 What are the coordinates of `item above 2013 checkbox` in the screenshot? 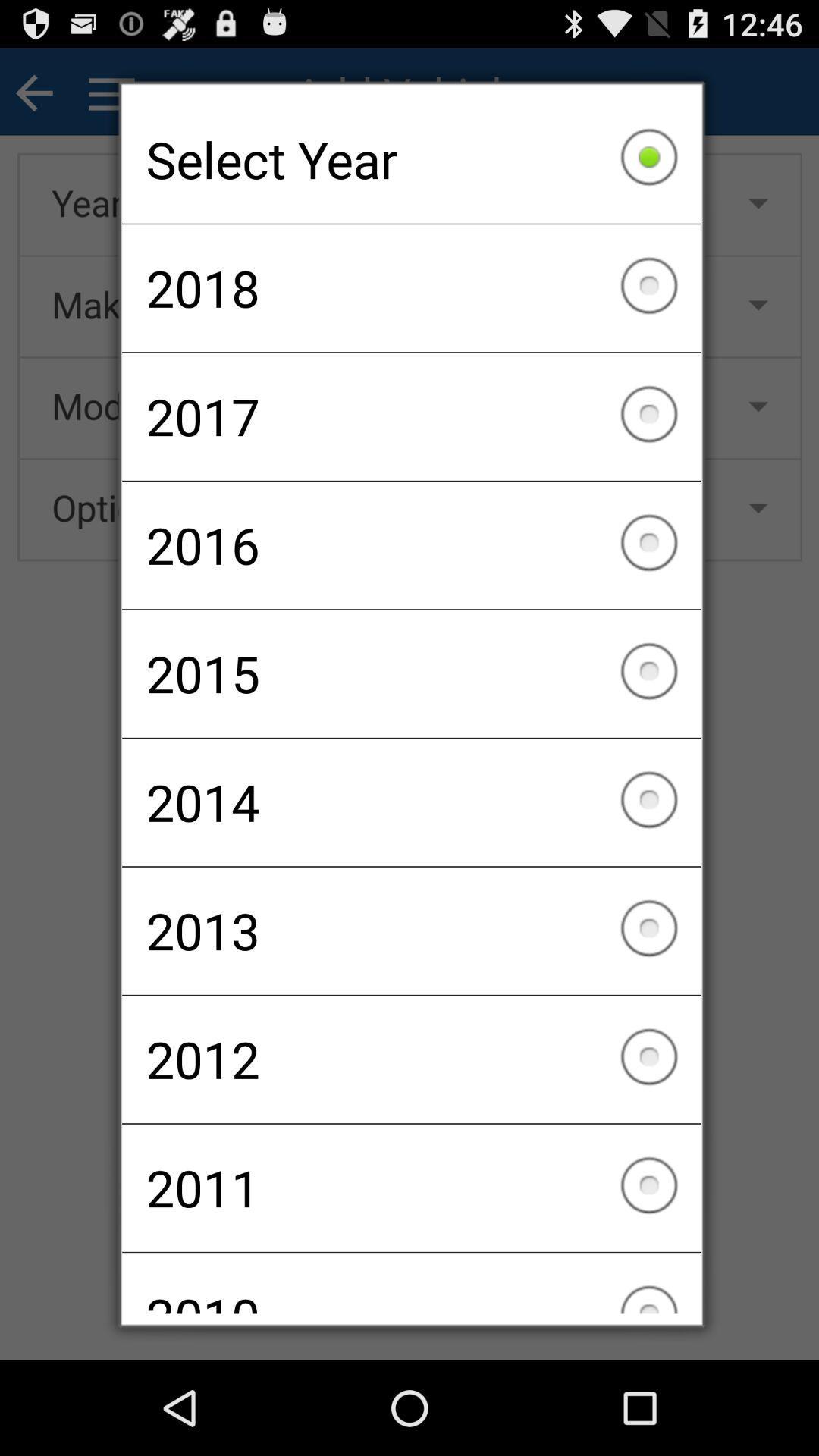 It's located at (411, 802).